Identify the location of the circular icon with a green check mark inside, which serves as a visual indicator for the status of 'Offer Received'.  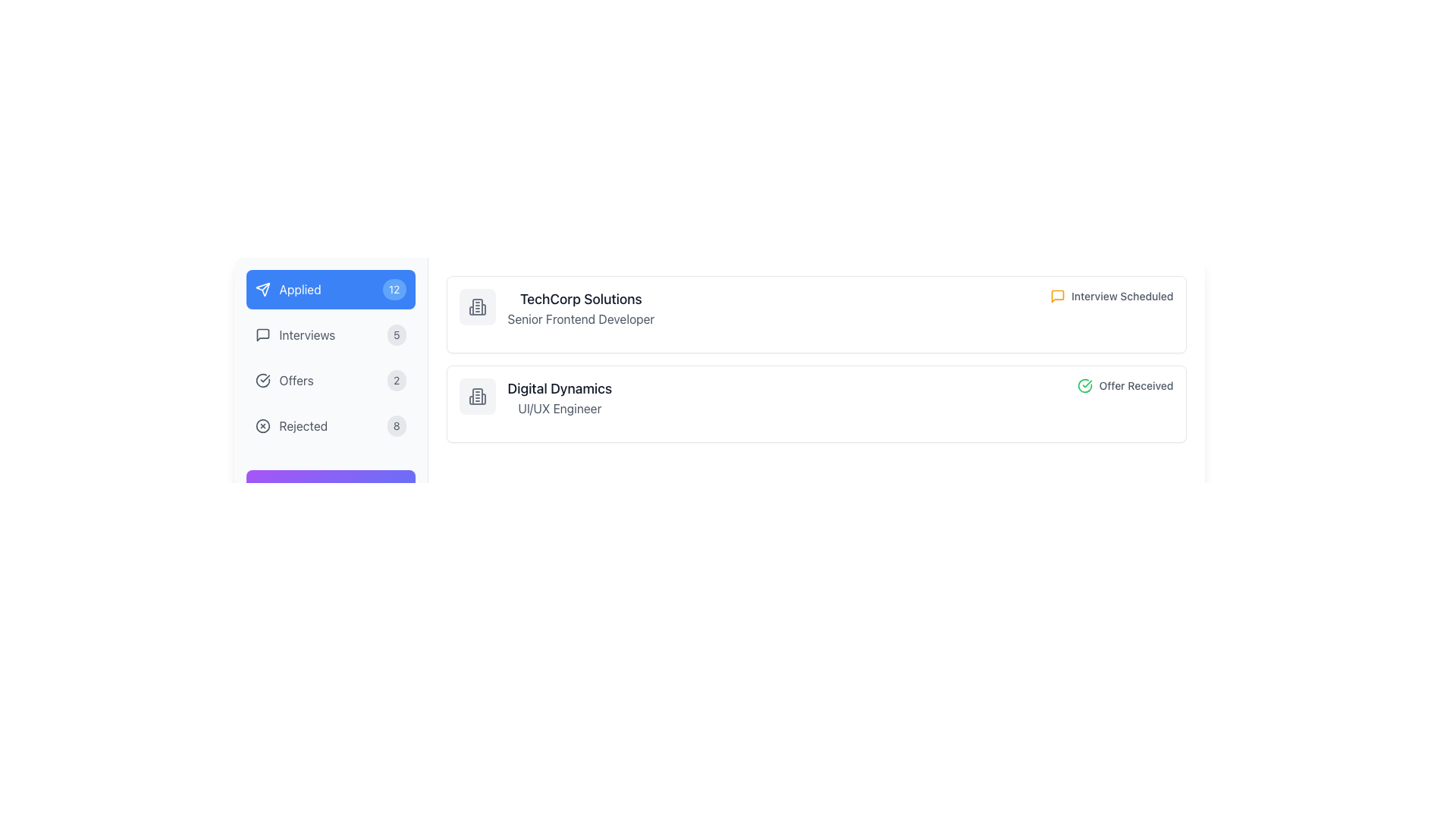
(1084, 385).